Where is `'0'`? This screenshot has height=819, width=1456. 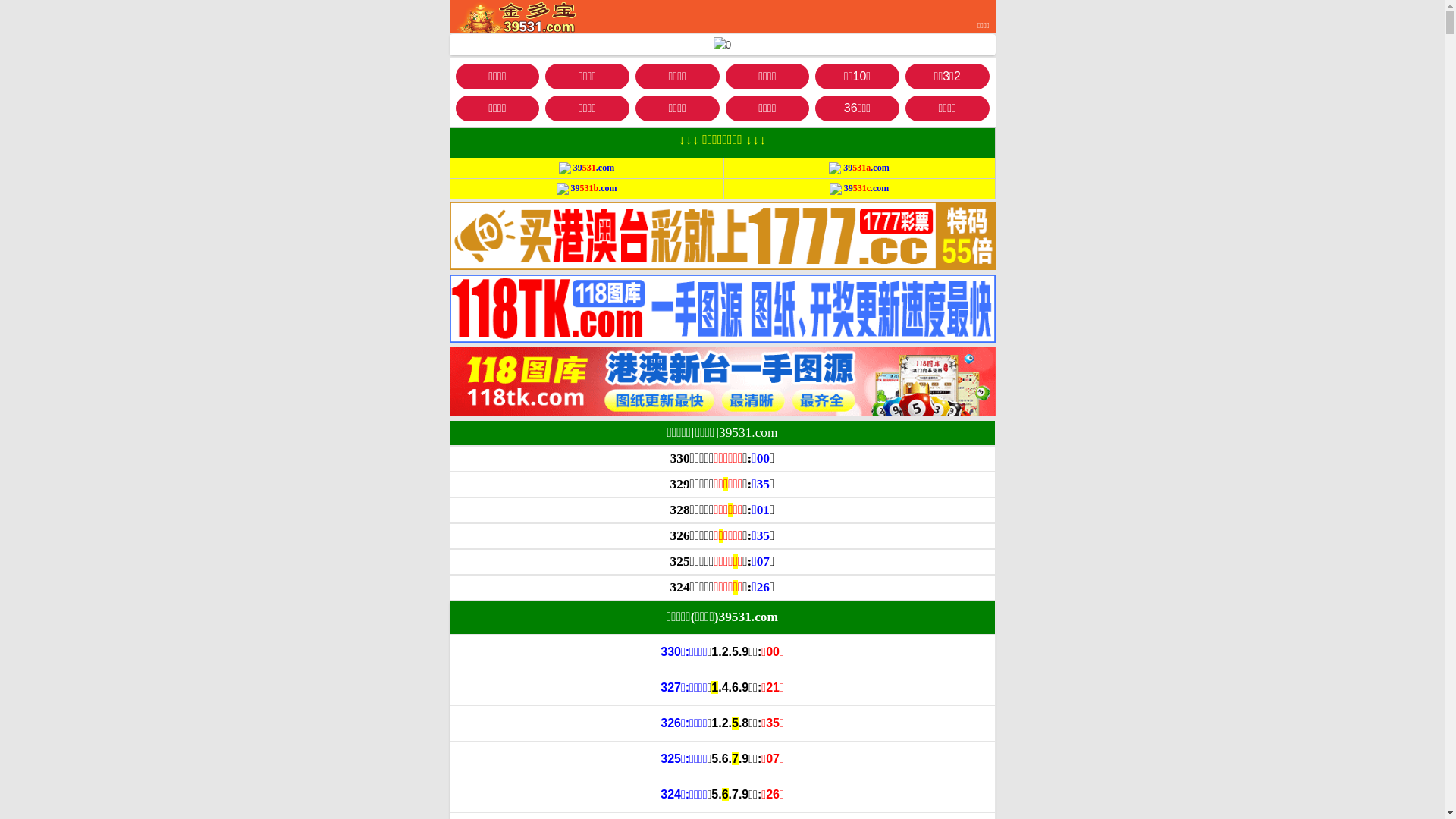 '0' is located at coordinates (712, 44).